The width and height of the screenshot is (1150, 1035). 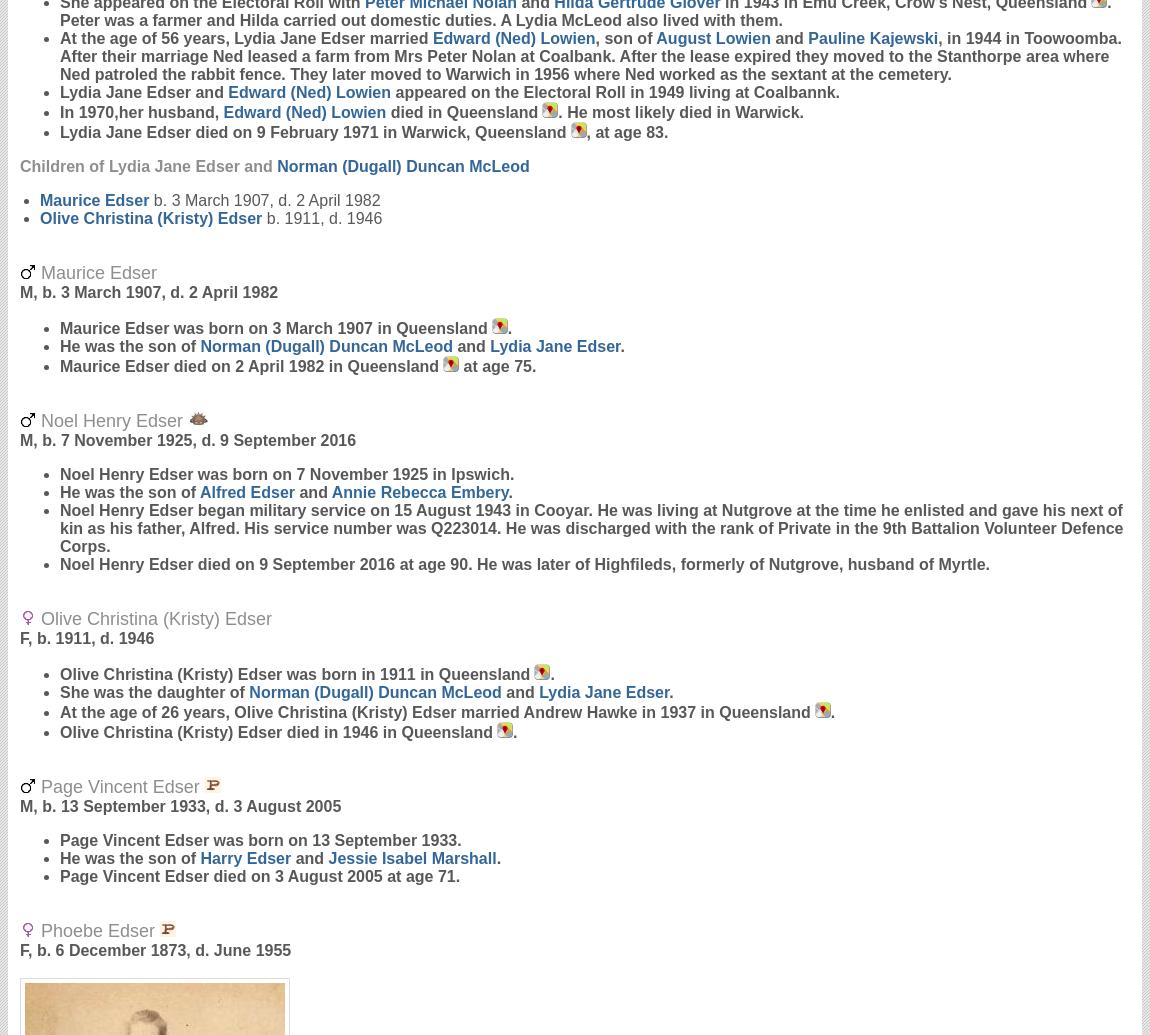 What do you see at coordinates (153, 691) in the screenshot?
I see `'She was the daughter of'` at bounding box center [153, 691].